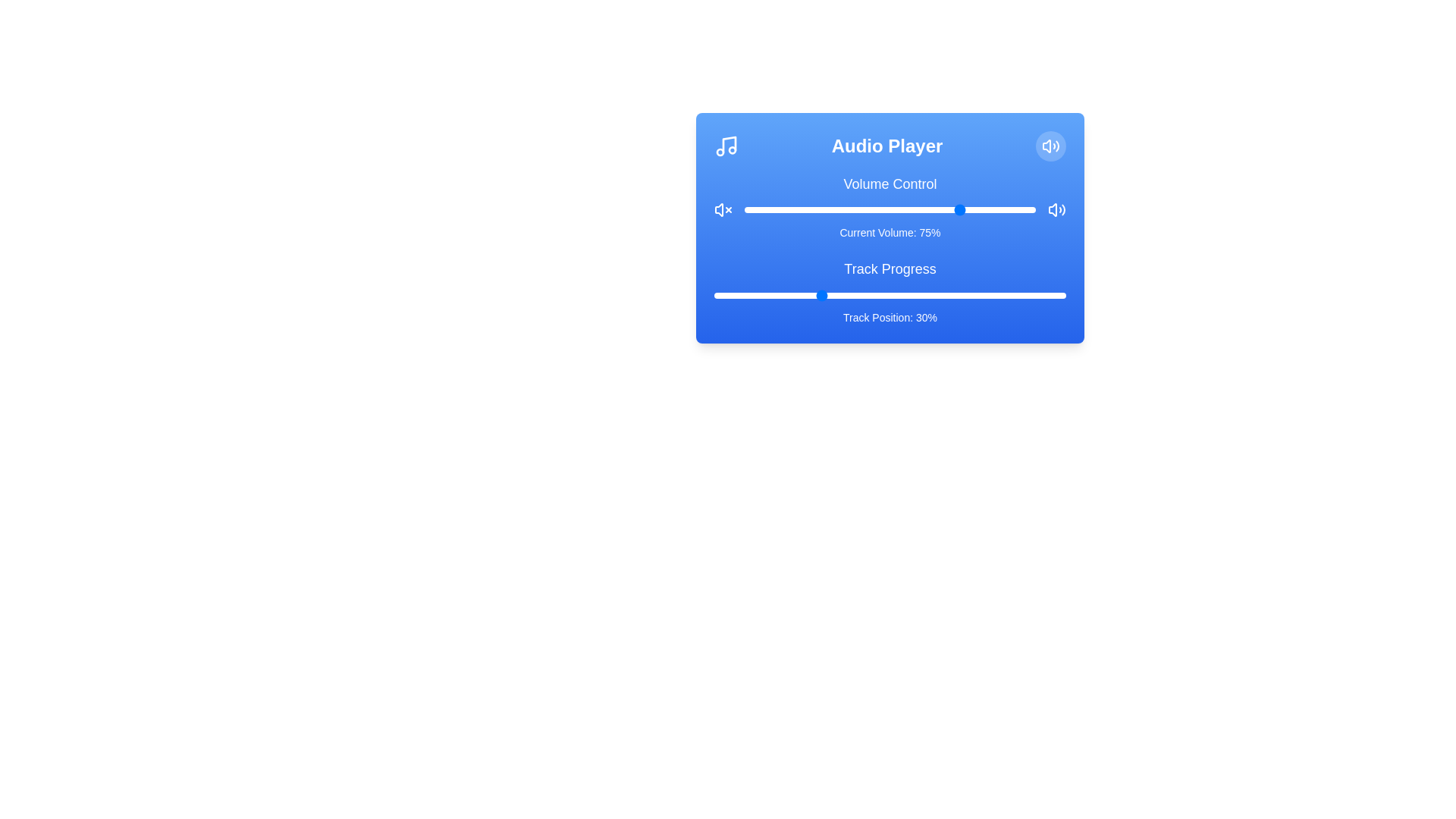 This screenshot has height=819, width=1456. Describe the element at coordinates (1040, 295) in the screenshot. I see `the track position` at that location.